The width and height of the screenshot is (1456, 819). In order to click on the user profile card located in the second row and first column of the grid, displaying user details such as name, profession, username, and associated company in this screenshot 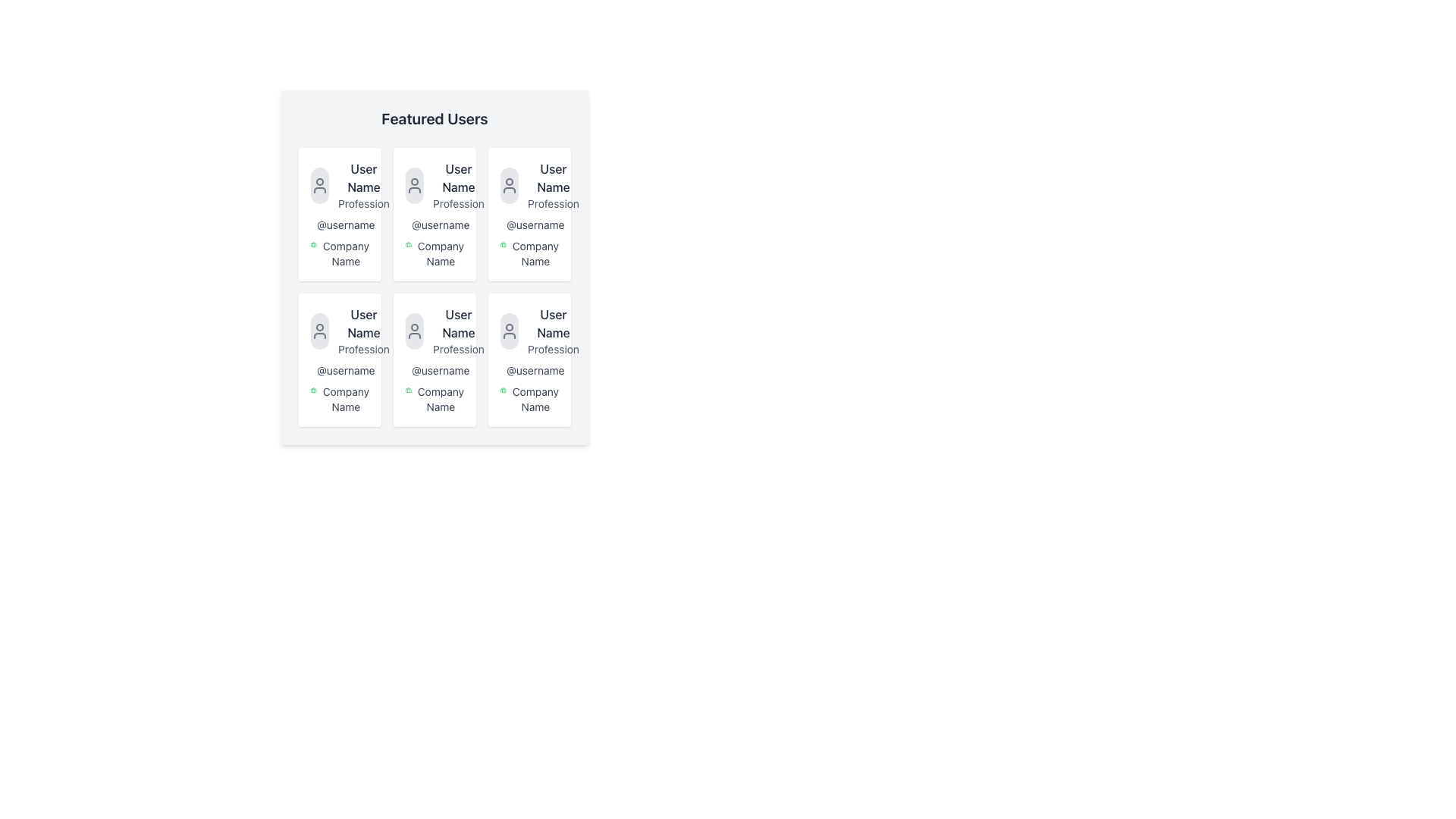, I will do `click(339, 359)`.